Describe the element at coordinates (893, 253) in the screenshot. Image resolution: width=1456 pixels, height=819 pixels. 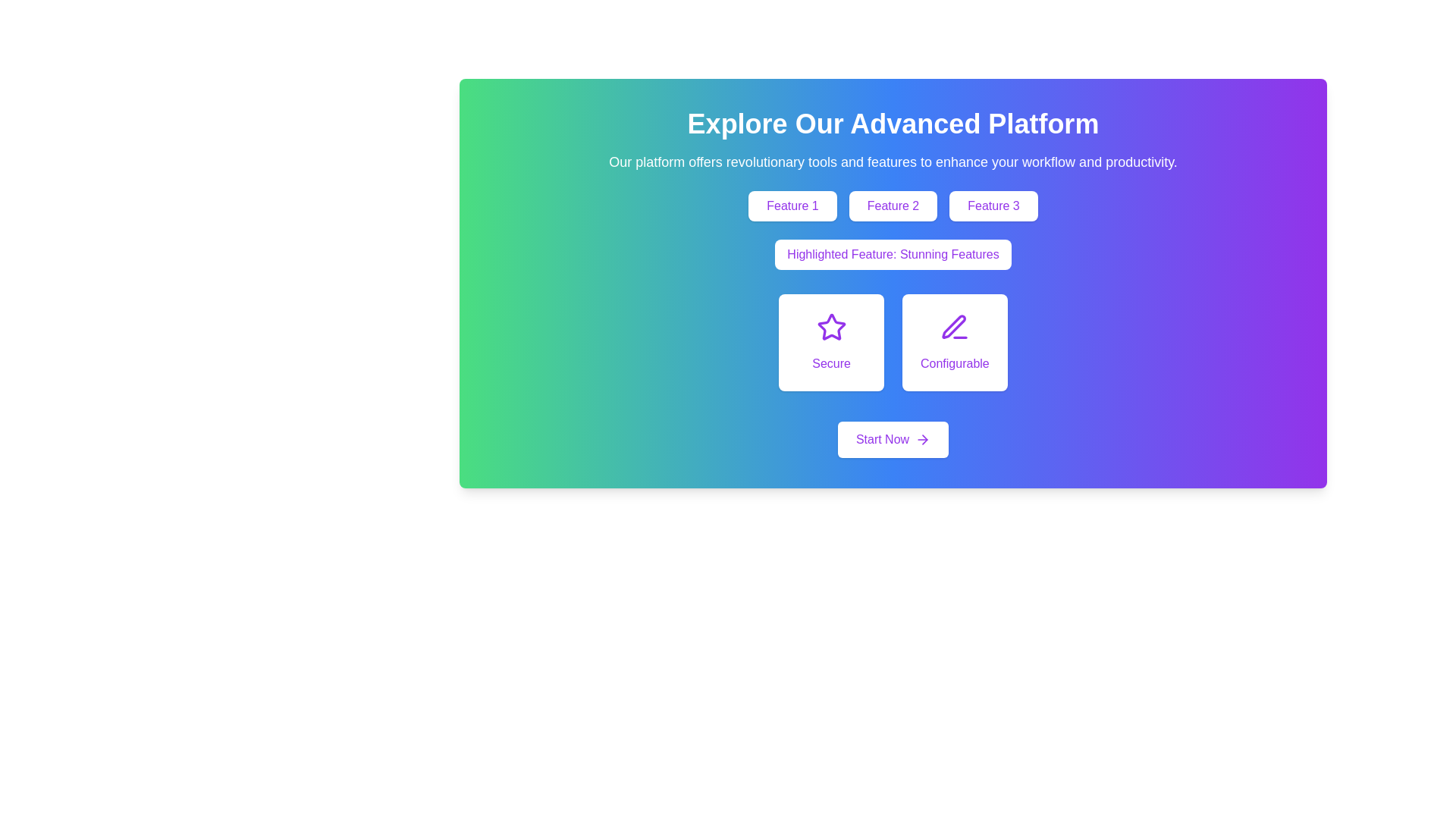
I see `the text display element that reads 'Highlighted Feature: Stunning Features', styled with a white background and purple text, located centrally below the buttons labeled Feature 1, Feature 2, and Feature 3` at that location.